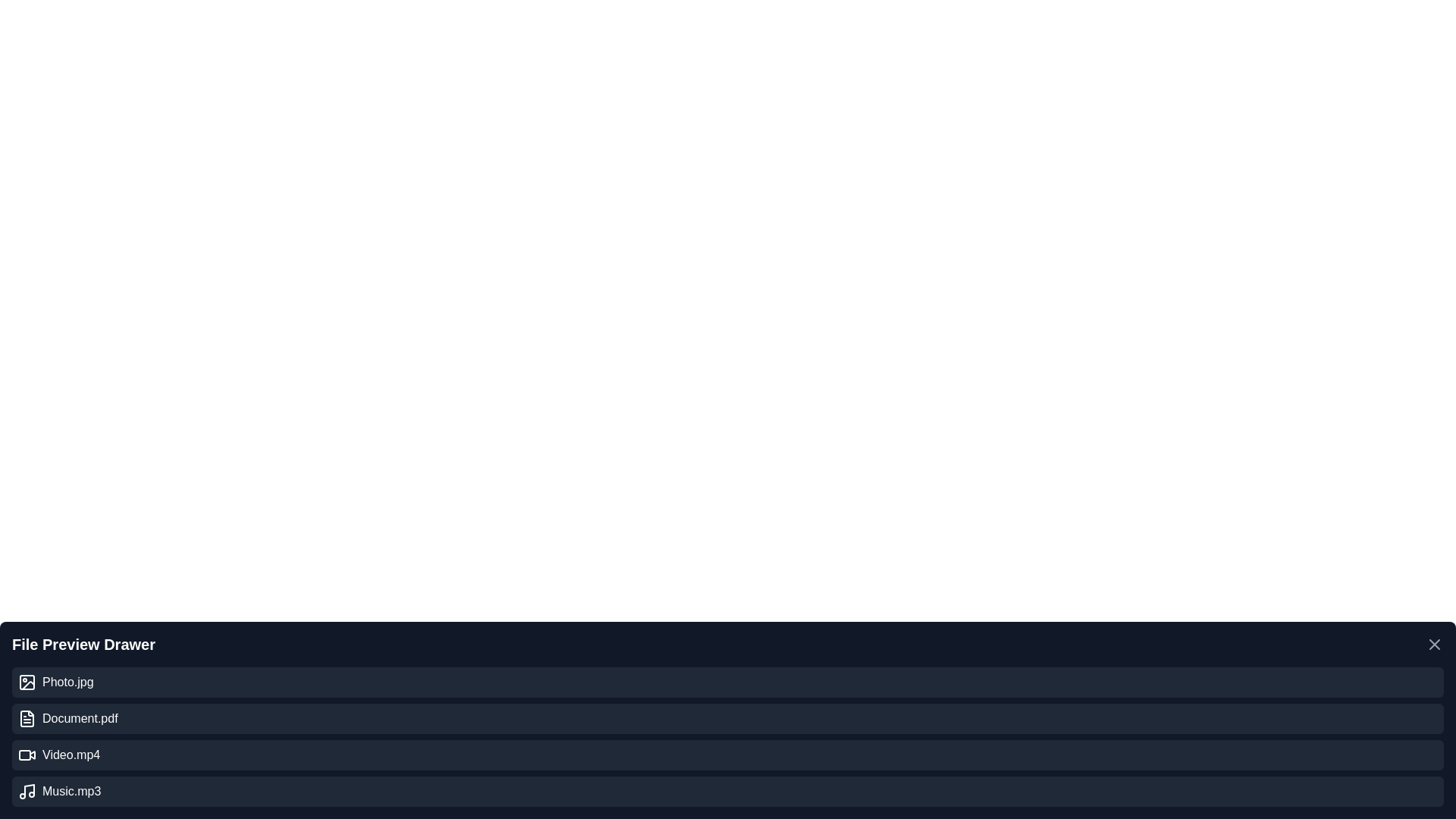 The height and width of the screenshot is (819, 1456). What do you see at coordinates (27, 681) in the screenshot?
I see `the photo file icon located at the top-left corner of the 'File Preview Drawer' sidebar` at bounding box center [27, 681].